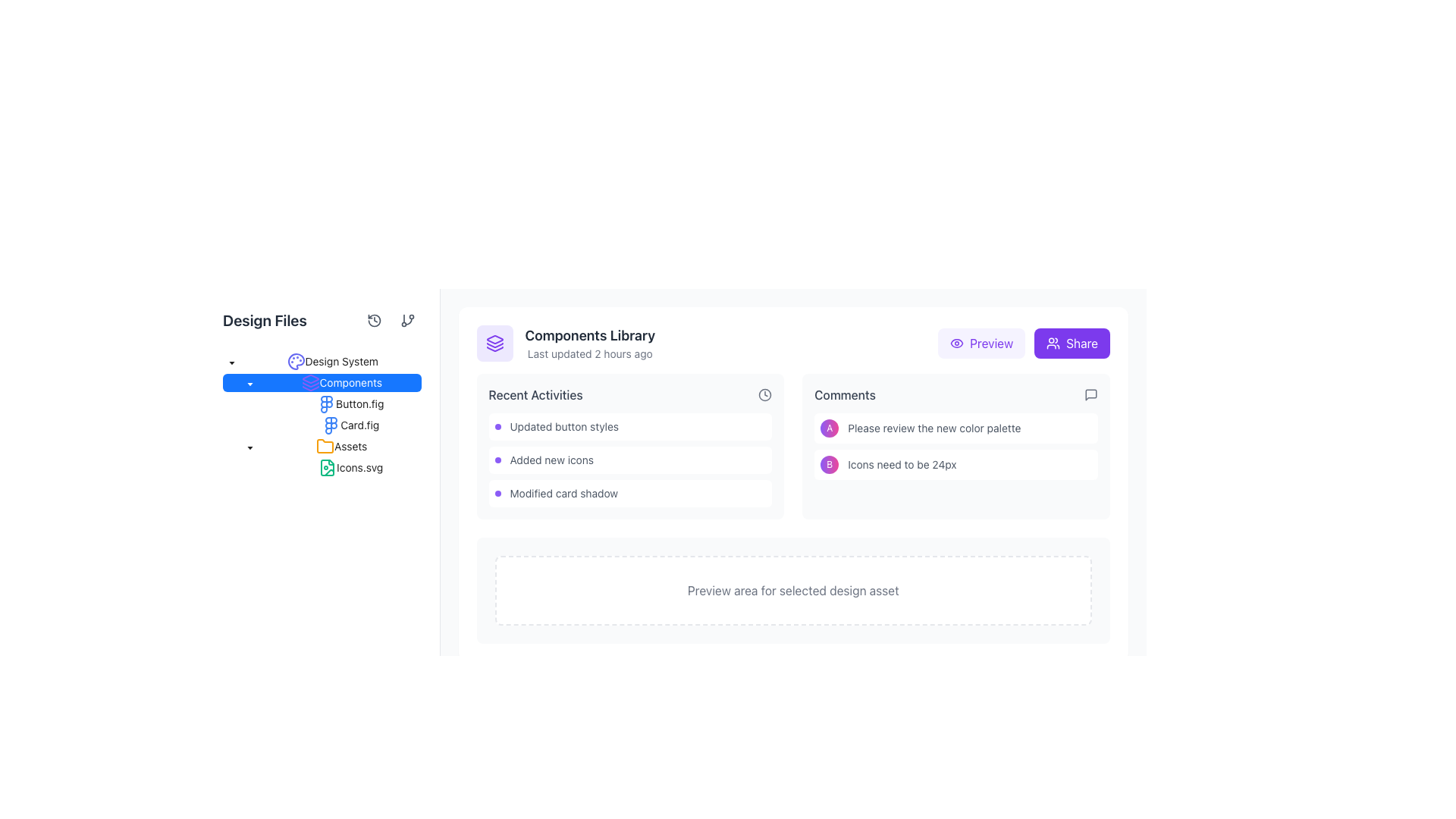  What do you see at coordinates (359, 425) in the screenshot?
I see `the text label indicating an item within the tree structure under the 'Card.fig' entry in the 'Components' folder` at bounding box center [359, 425].